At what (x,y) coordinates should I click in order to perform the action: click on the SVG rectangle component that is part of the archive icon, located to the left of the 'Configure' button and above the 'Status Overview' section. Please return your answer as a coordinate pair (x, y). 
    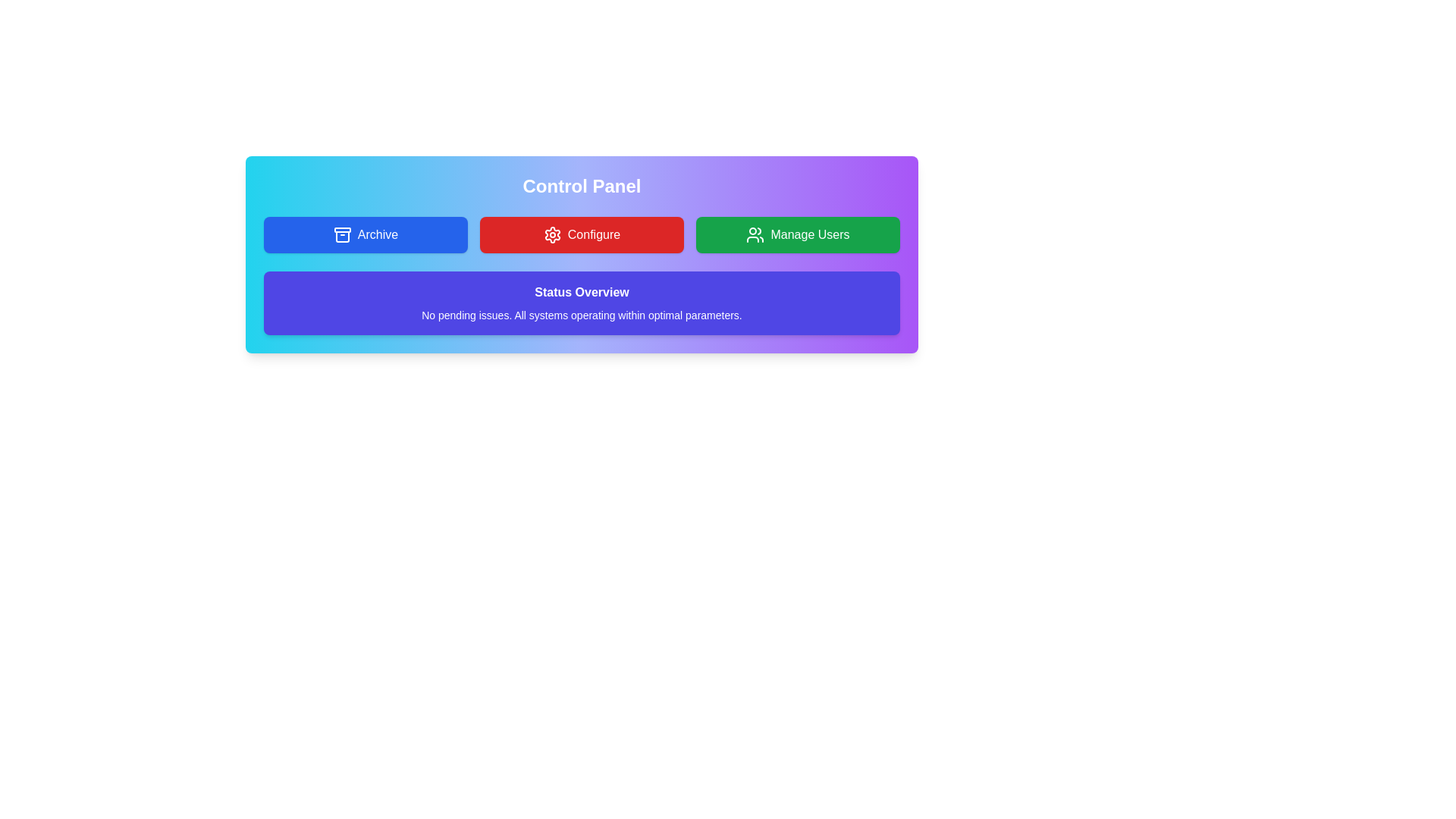
    Looking at the image, I should click on (341, 230).